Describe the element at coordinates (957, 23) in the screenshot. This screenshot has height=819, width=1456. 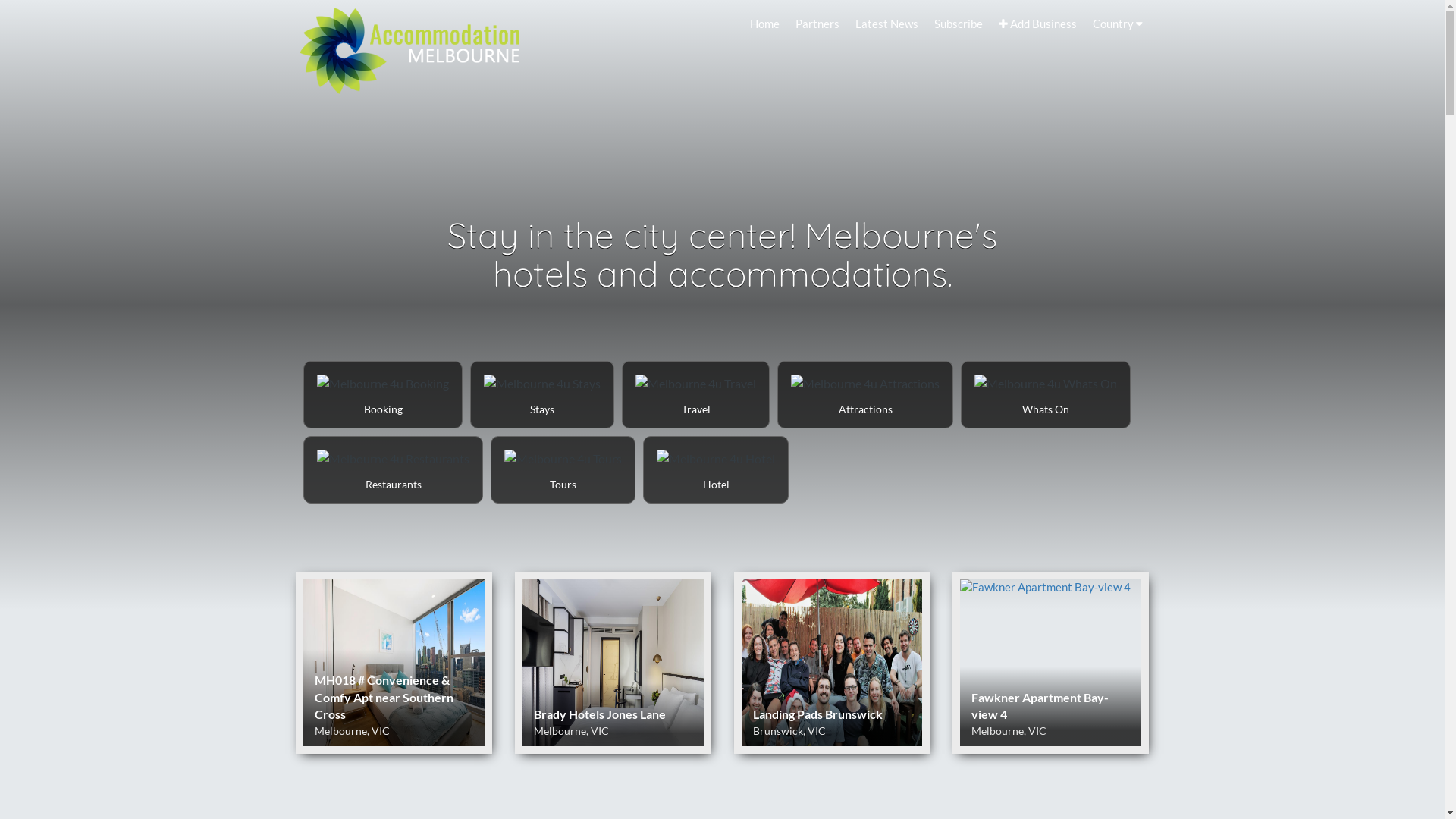
I see `'Subscribe'` at that location.